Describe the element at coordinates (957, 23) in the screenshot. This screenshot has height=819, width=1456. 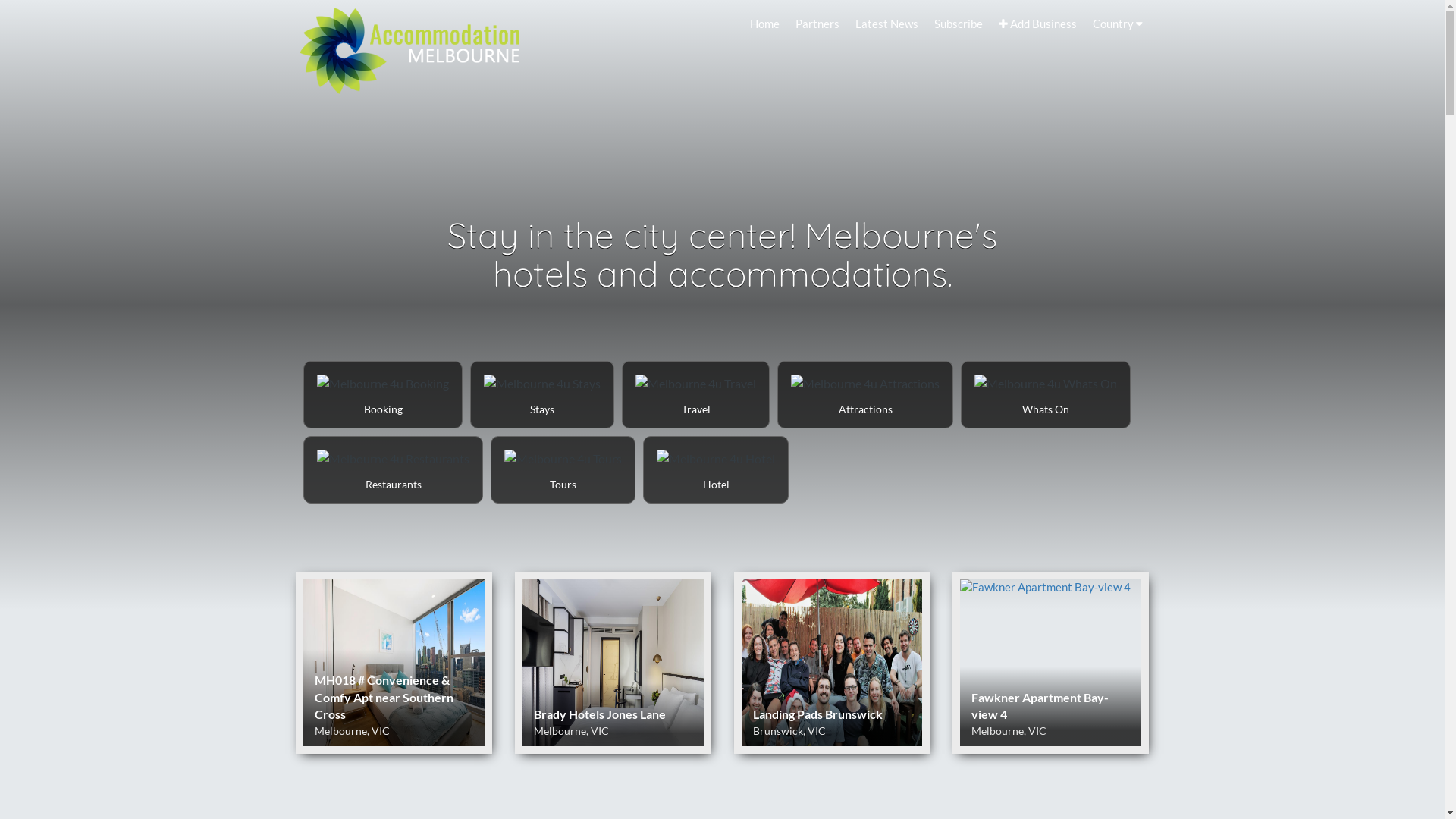
I see `'Subscribe'` at that location.